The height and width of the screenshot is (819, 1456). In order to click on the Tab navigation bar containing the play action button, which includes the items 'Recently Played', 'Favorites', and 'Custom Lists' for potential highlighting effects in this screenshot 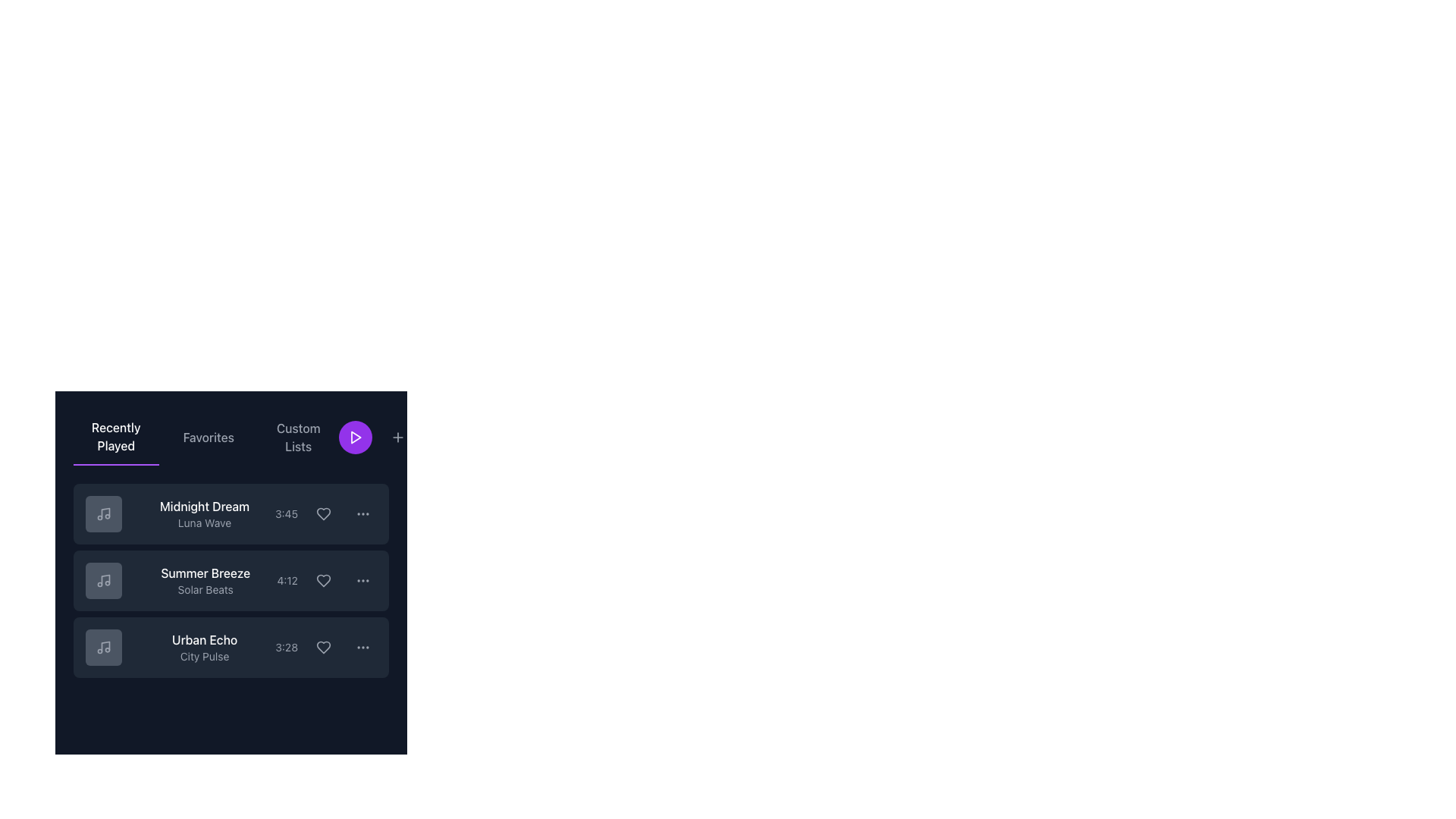, I will do `click(231, 438)`.